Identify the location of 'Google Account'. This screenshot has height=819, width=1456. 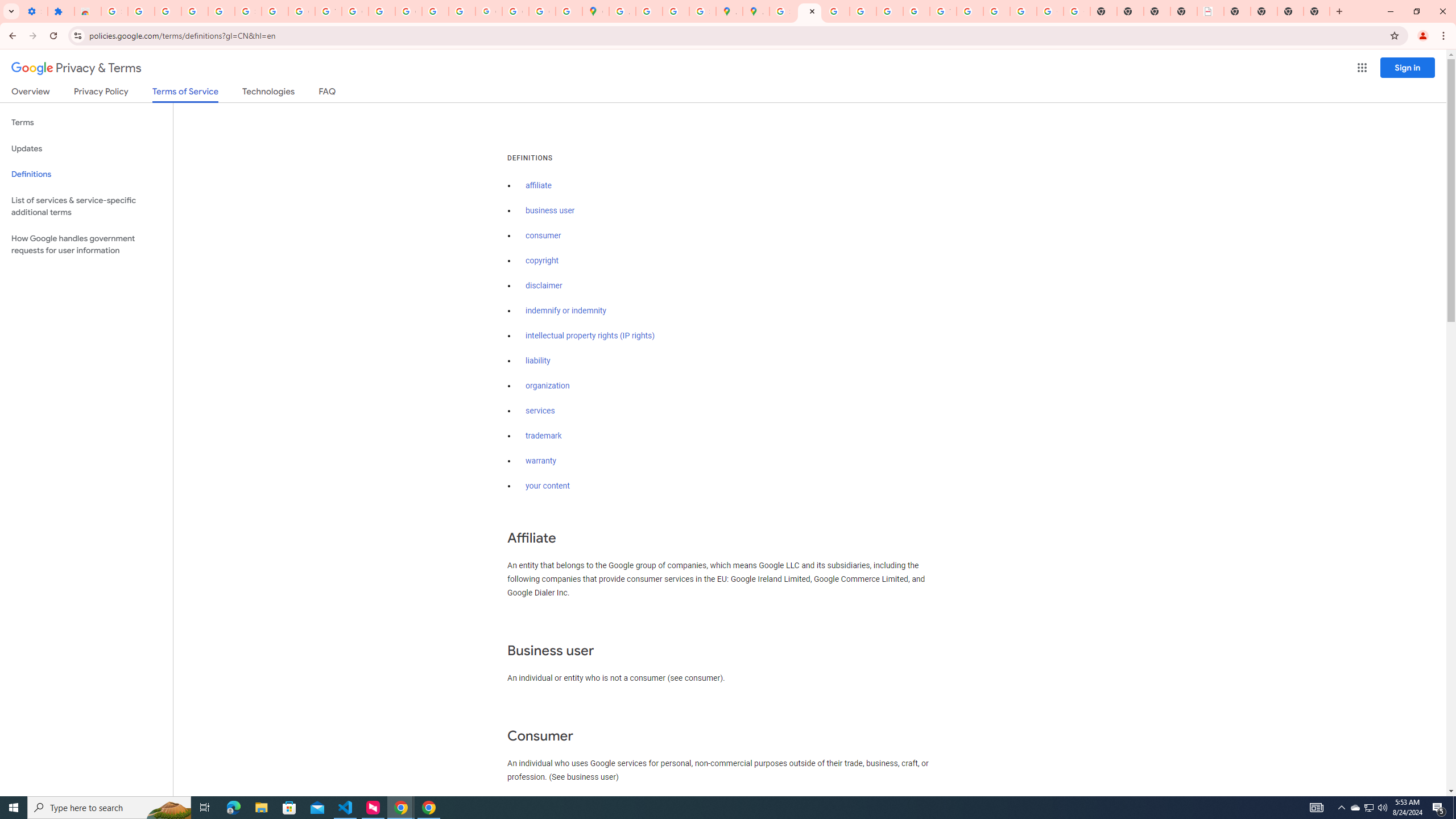
(301, 11).